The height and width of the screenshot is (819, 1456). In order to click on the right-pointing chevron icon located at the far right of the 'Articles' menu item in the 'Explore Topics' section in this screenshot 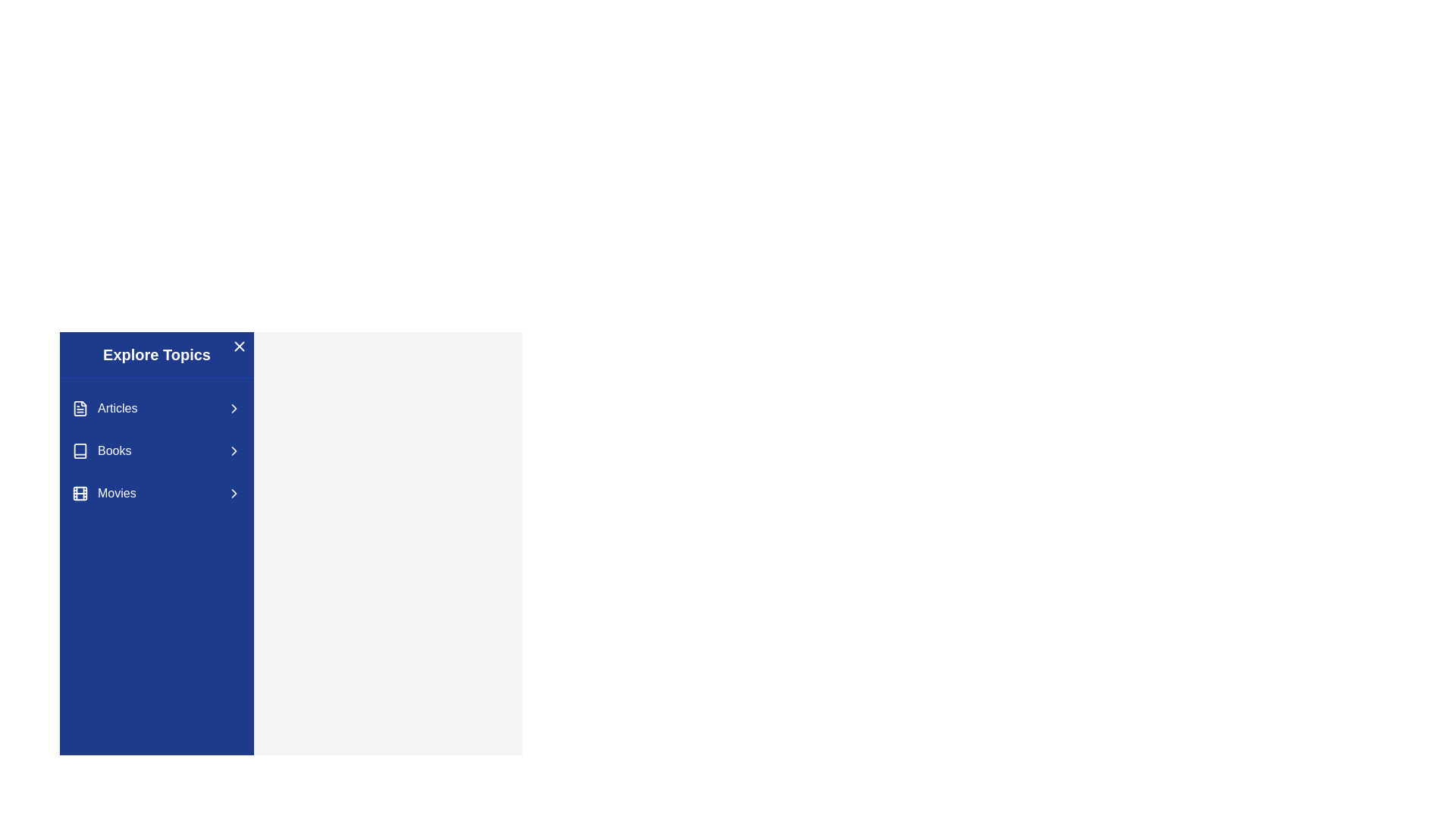, I will do `click(233, 408)`.